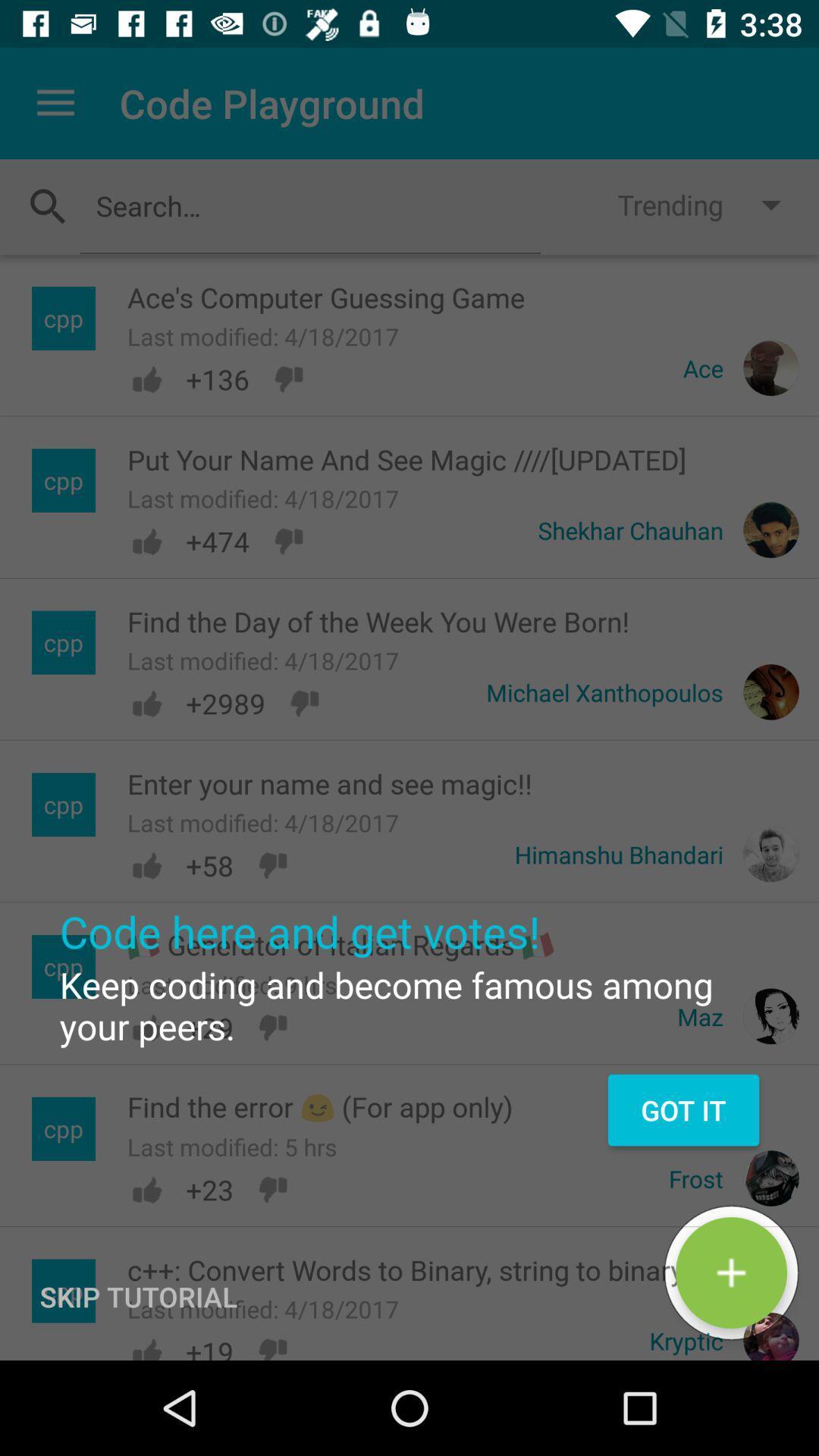 The height and width of the screenshot is (1456, 819). What do you see at coordinates (309, 205) in the screenshot?
I see `search toolbar` at bounding box center [309, 205].